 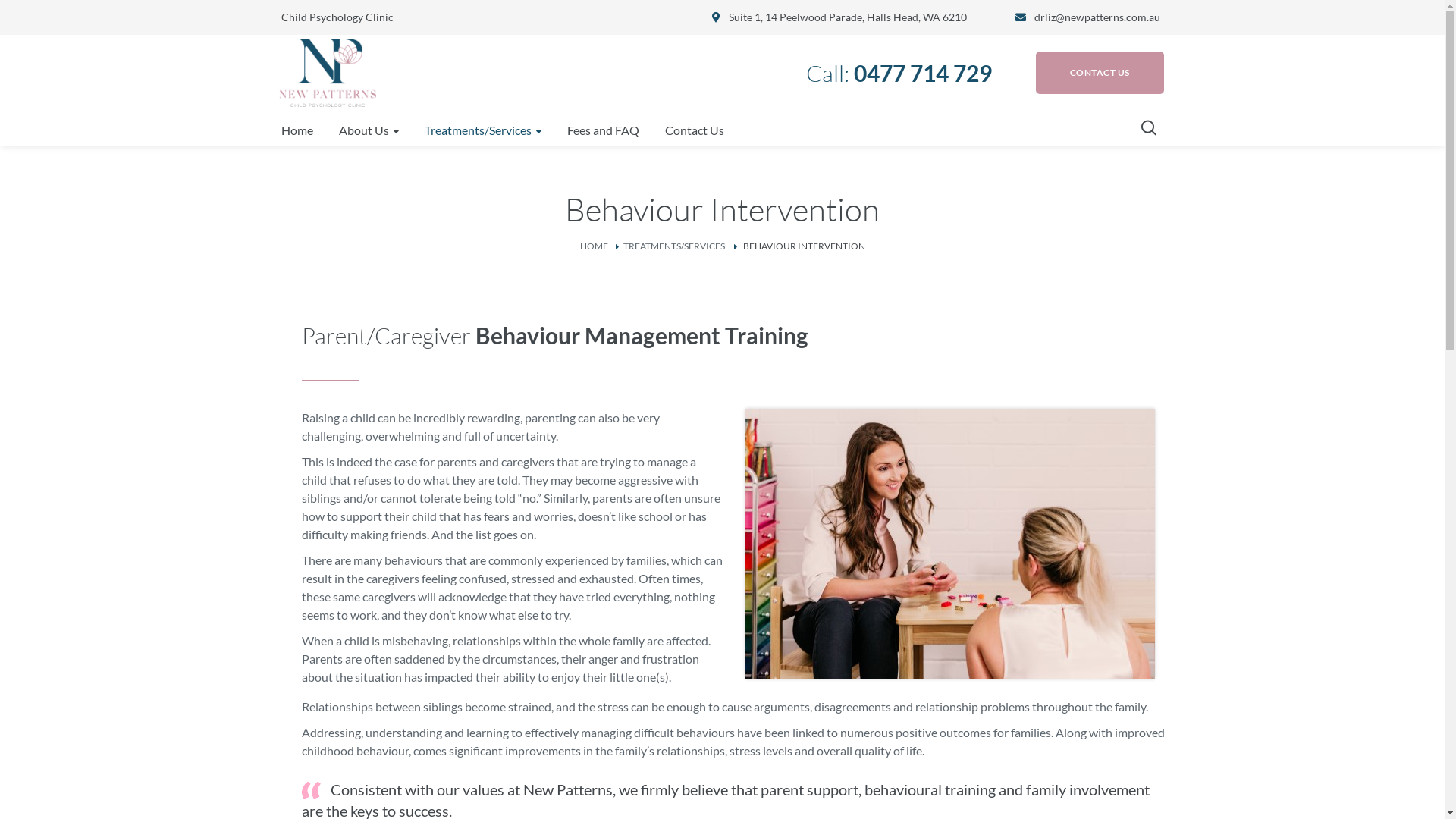 I want to click on 'About Us', so click(x=328, y=130).